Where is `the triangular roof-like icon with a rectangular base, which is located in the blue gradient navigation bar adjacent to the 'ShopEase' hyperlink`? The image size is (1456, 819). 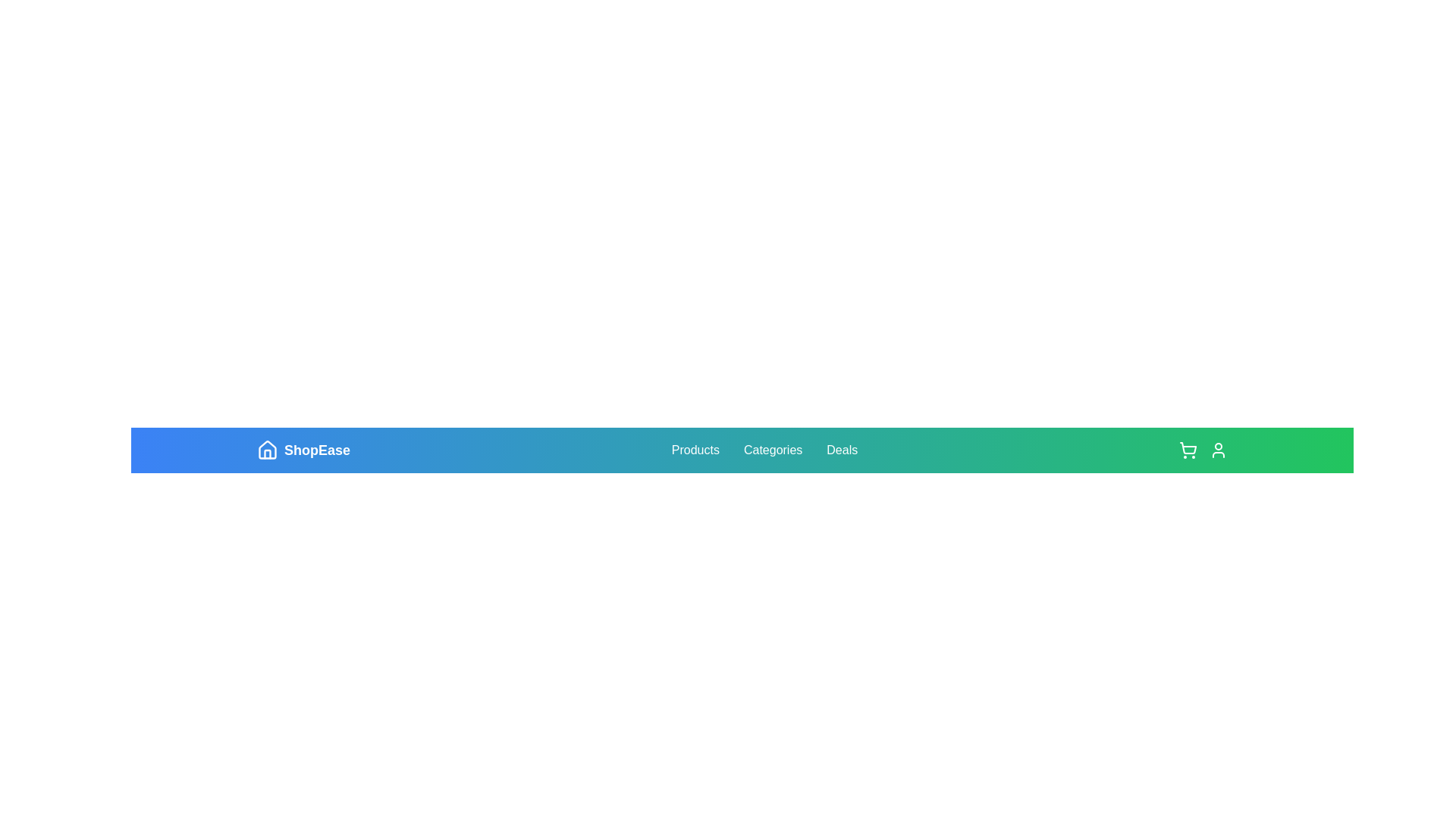
the triangular roof-like icon with a rectangular base, which is located in the blue gradient navigation bar adjacent to the 'ShopEase' hyperlink is located at coordinates (268, 449).